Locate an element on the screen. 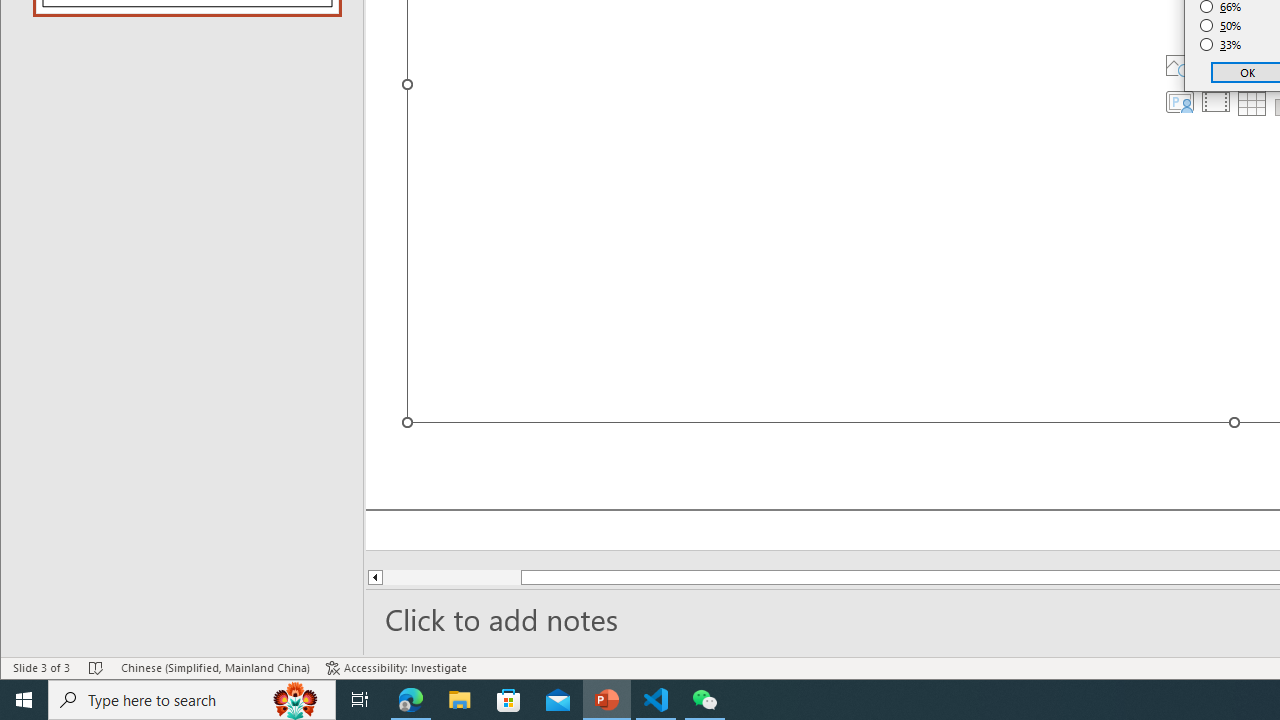 The height and width of the screenshot is (720, 1280). '50%' is located at coordinates (1220, 25).